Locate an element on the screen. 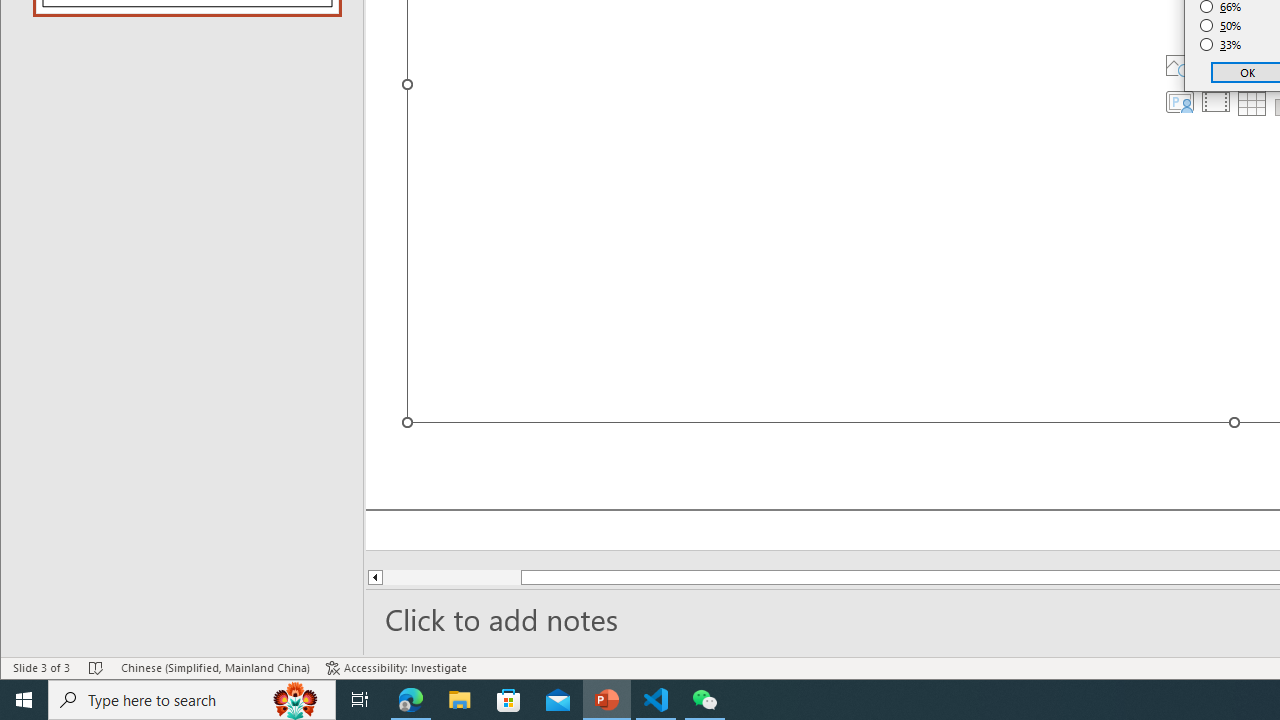 The height and width of the screenshot is (720, 1280). '50%' is located at coordinates (1220, 25).